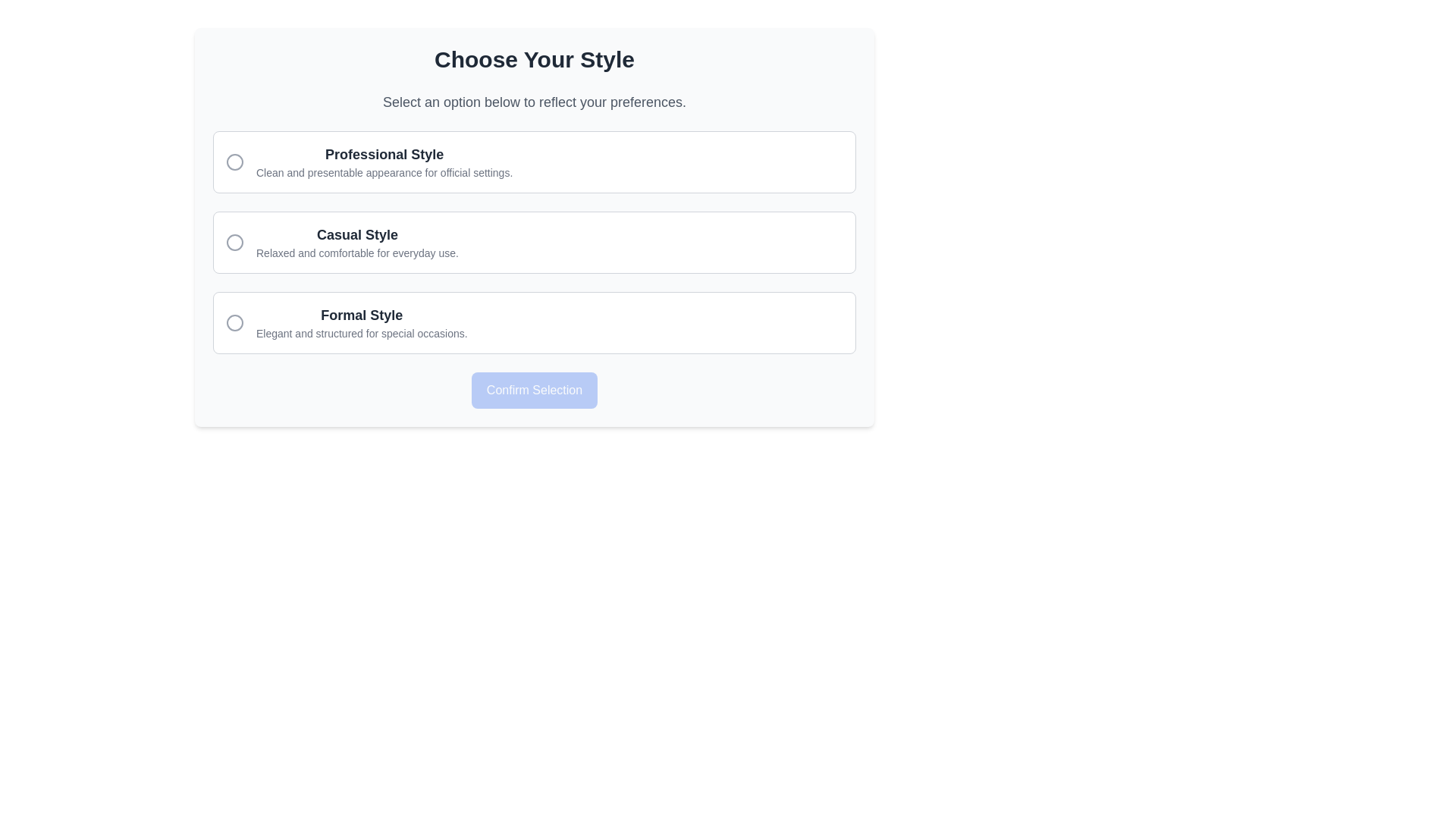 This screenshot has height=819, width=1456. What do you see at coordinates (535, 102) in the screenshot?
I see `the text label that reads 'Select an option below to reflect your preferences.' which is located below the title 'Choose Your Style'` at bounding box center [535, 102].